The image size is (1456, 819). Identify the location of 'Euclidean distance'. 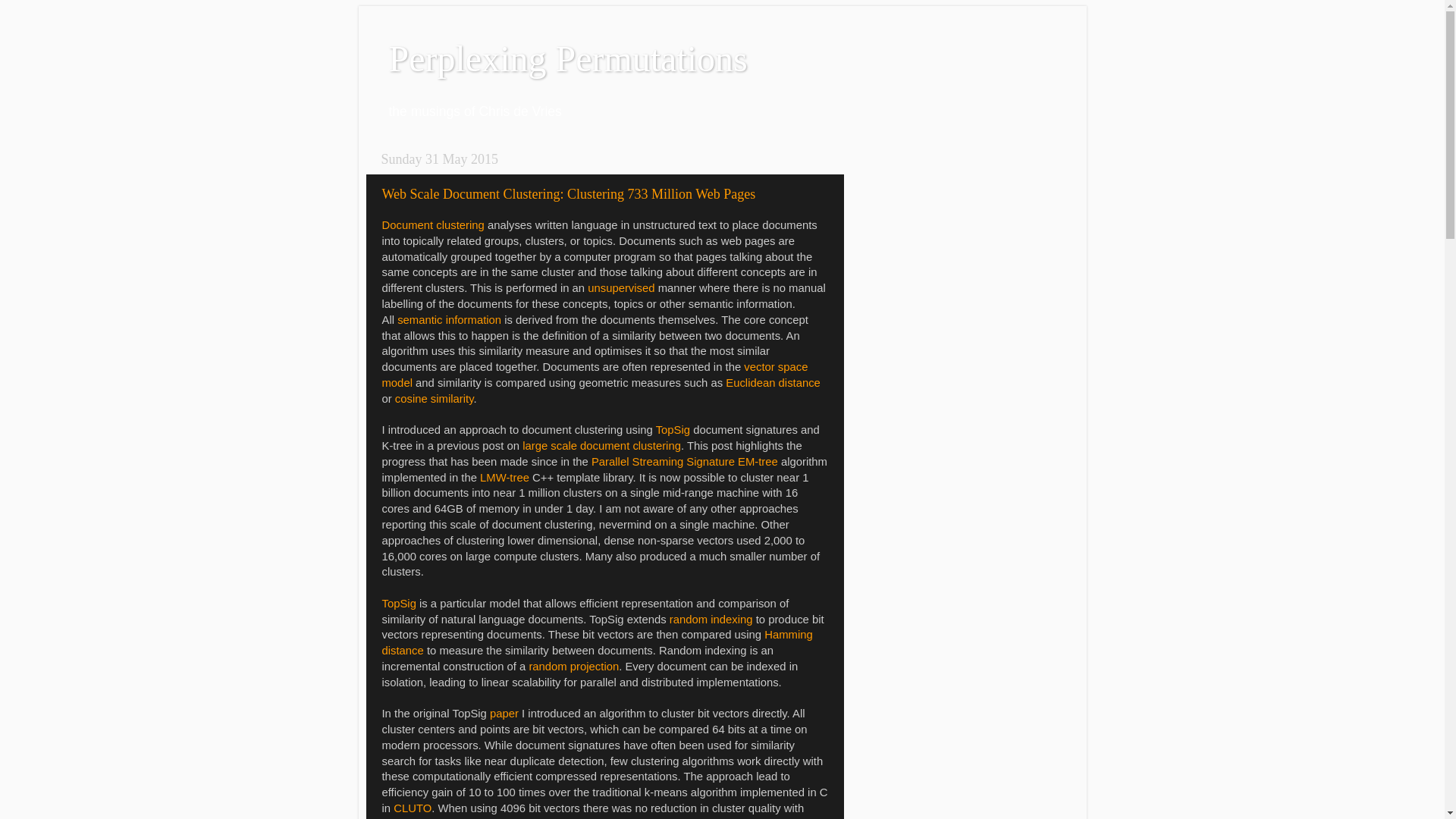
(773, 382).